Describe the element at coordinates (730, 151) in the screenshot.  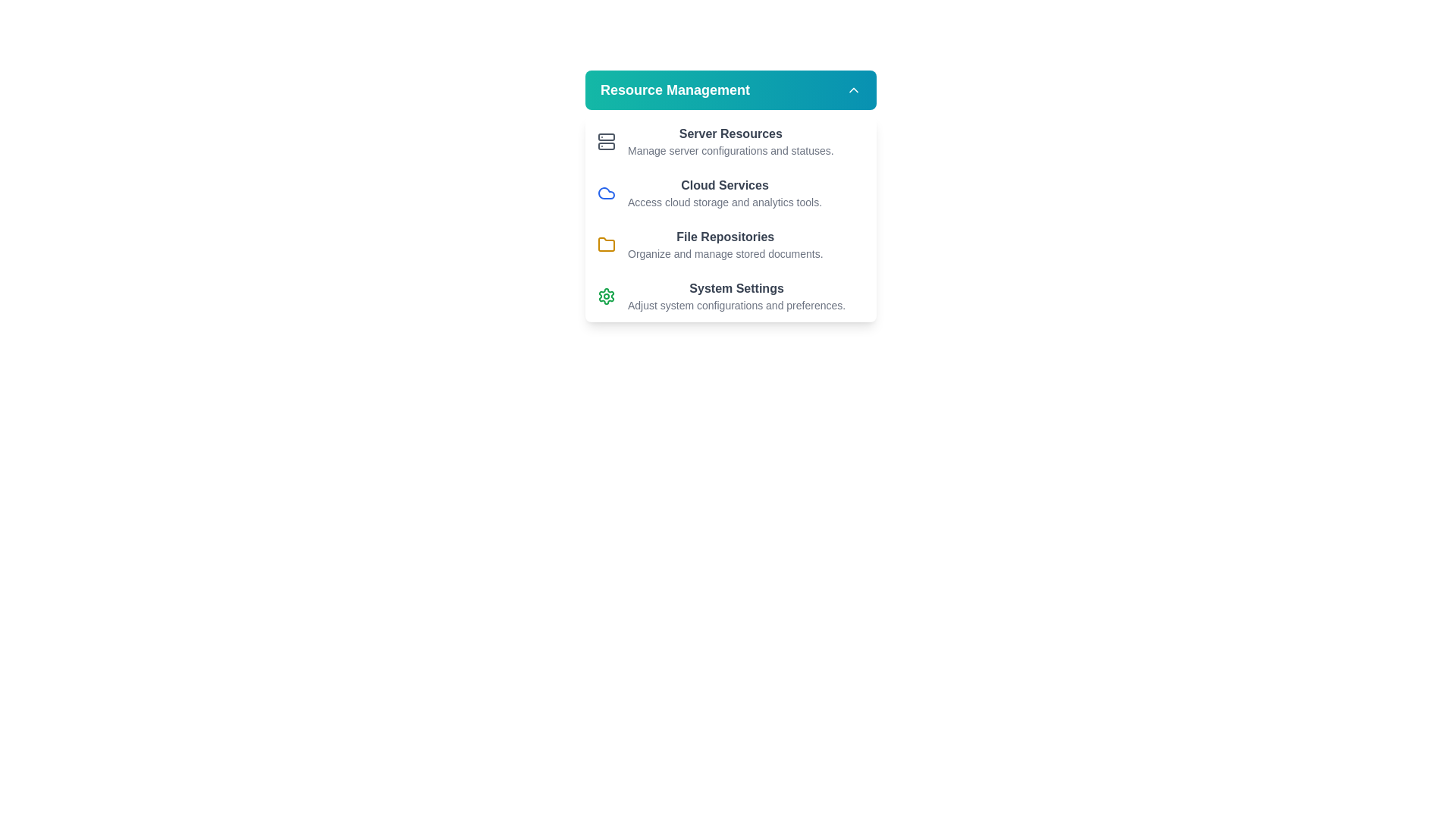
I see `the descriptive text directly beneath the 'Server Resources' heading in the 'Resource Management' menu` at that location.